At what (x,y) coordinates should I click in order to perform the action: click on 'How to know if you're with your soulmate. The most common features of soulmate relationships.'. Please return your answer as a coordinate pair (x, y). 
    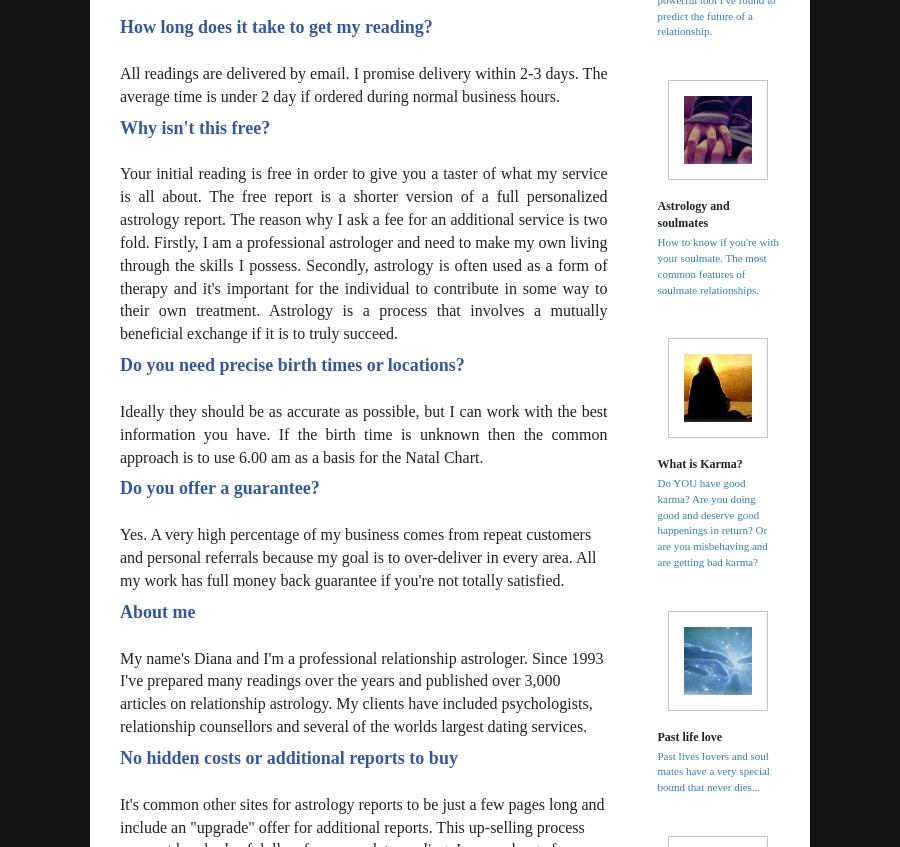
    Looking at the image, I should click on (716, 264).